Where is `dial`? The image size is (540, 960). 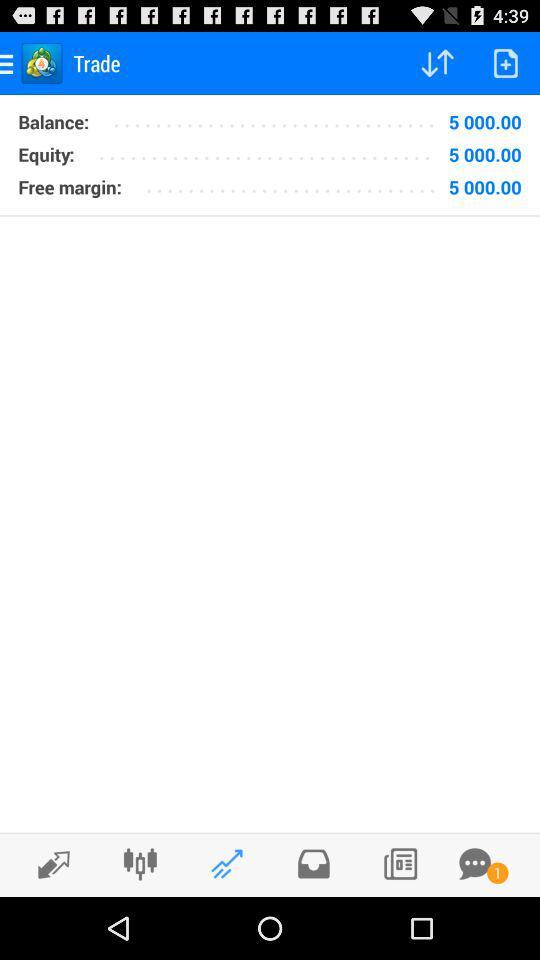 dial is located at coordinates (400, 863).